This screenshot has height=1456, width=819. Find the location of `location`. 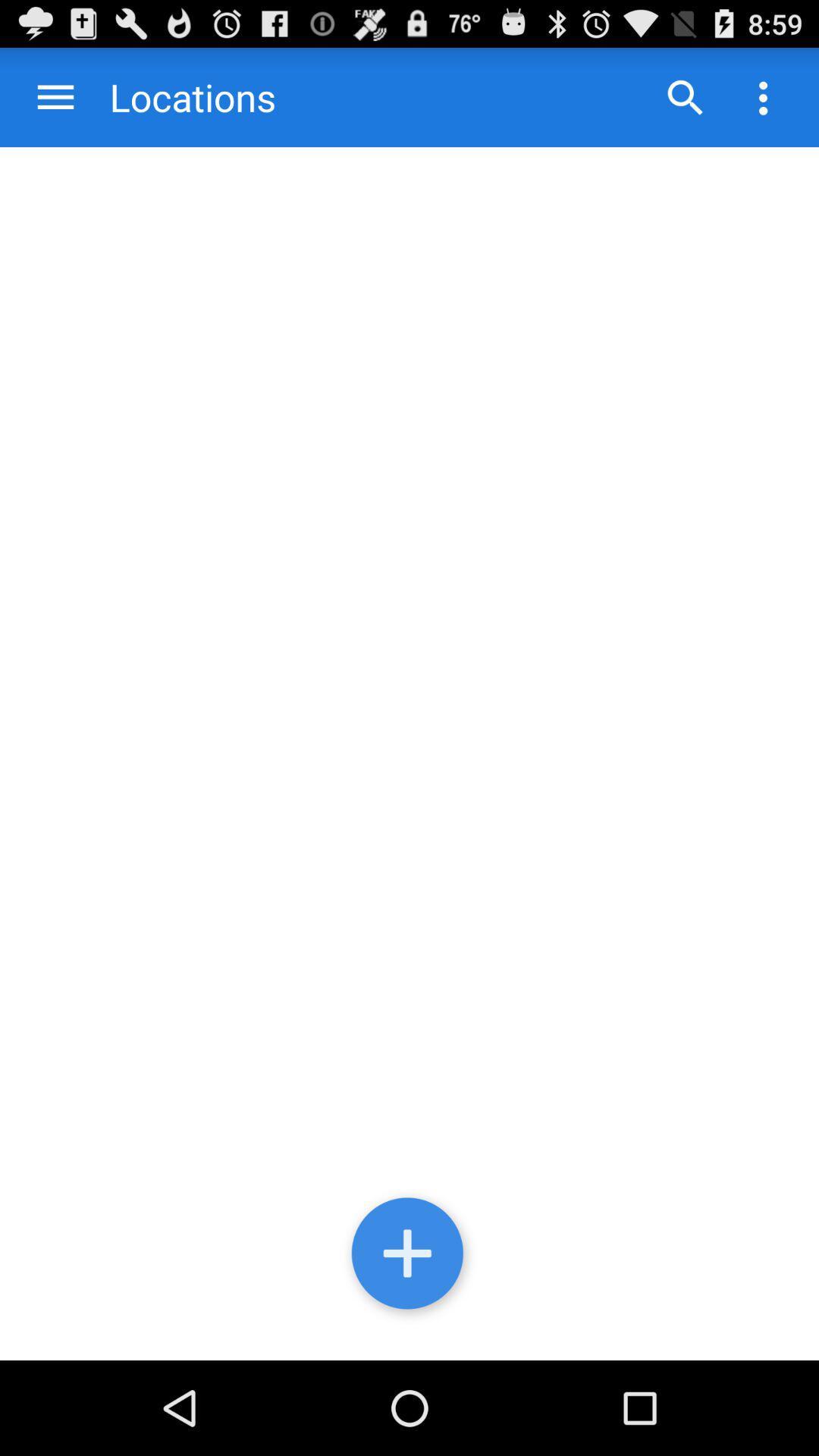

location is located at coordinates (409, 1257).